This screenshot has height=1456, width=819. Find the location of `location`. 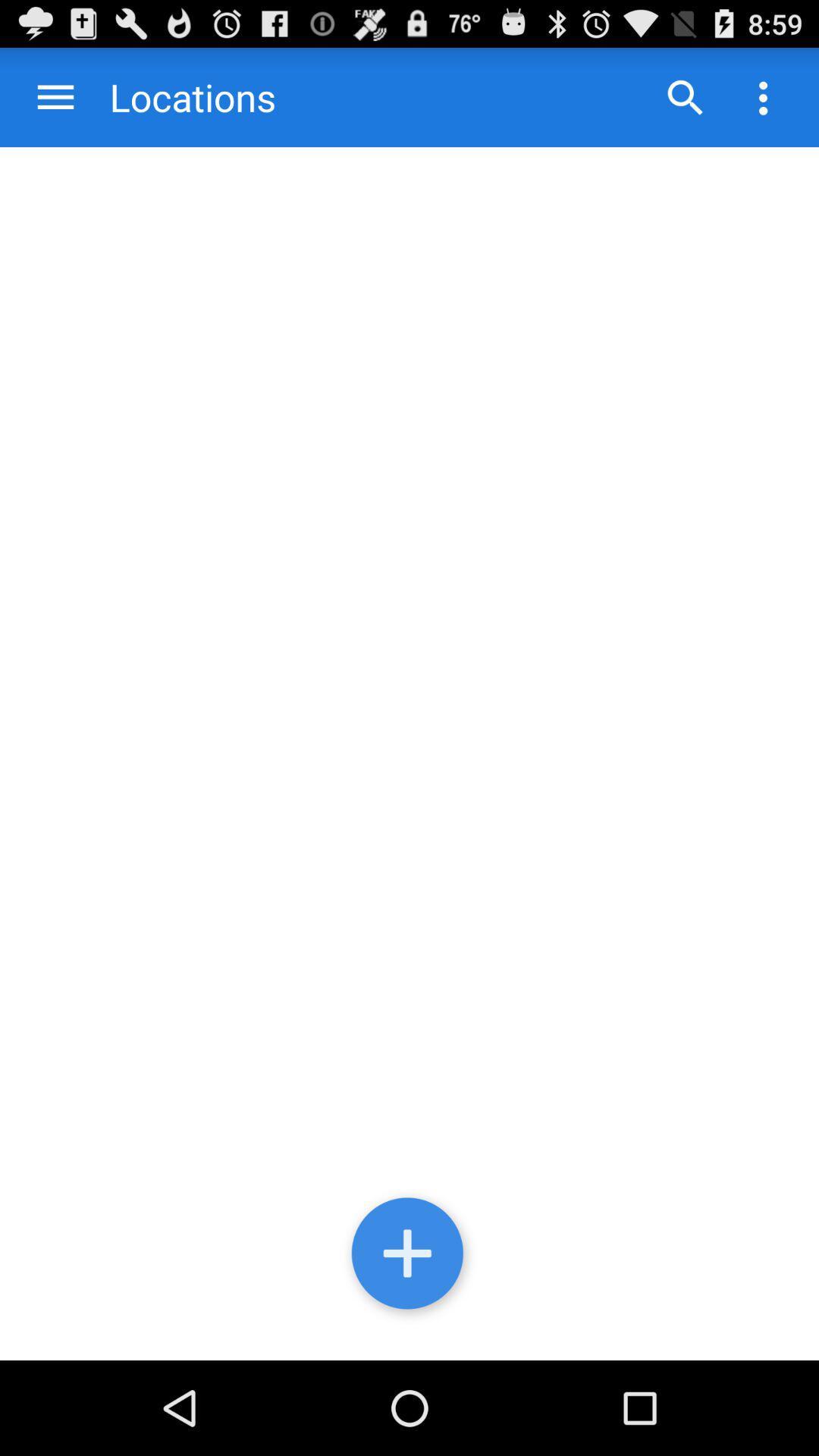

location is located at coordinates (409, 1257).